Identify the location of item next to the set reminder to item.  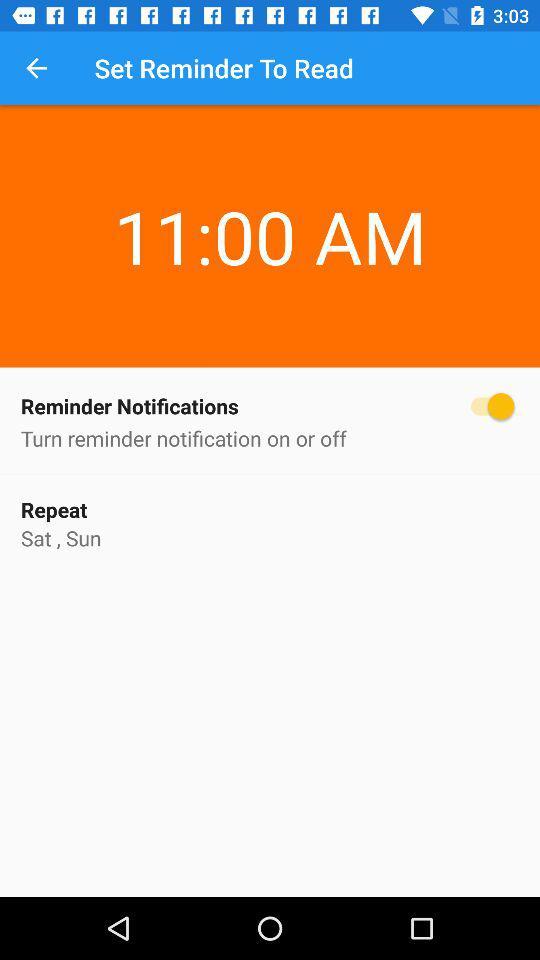
(36, 68).